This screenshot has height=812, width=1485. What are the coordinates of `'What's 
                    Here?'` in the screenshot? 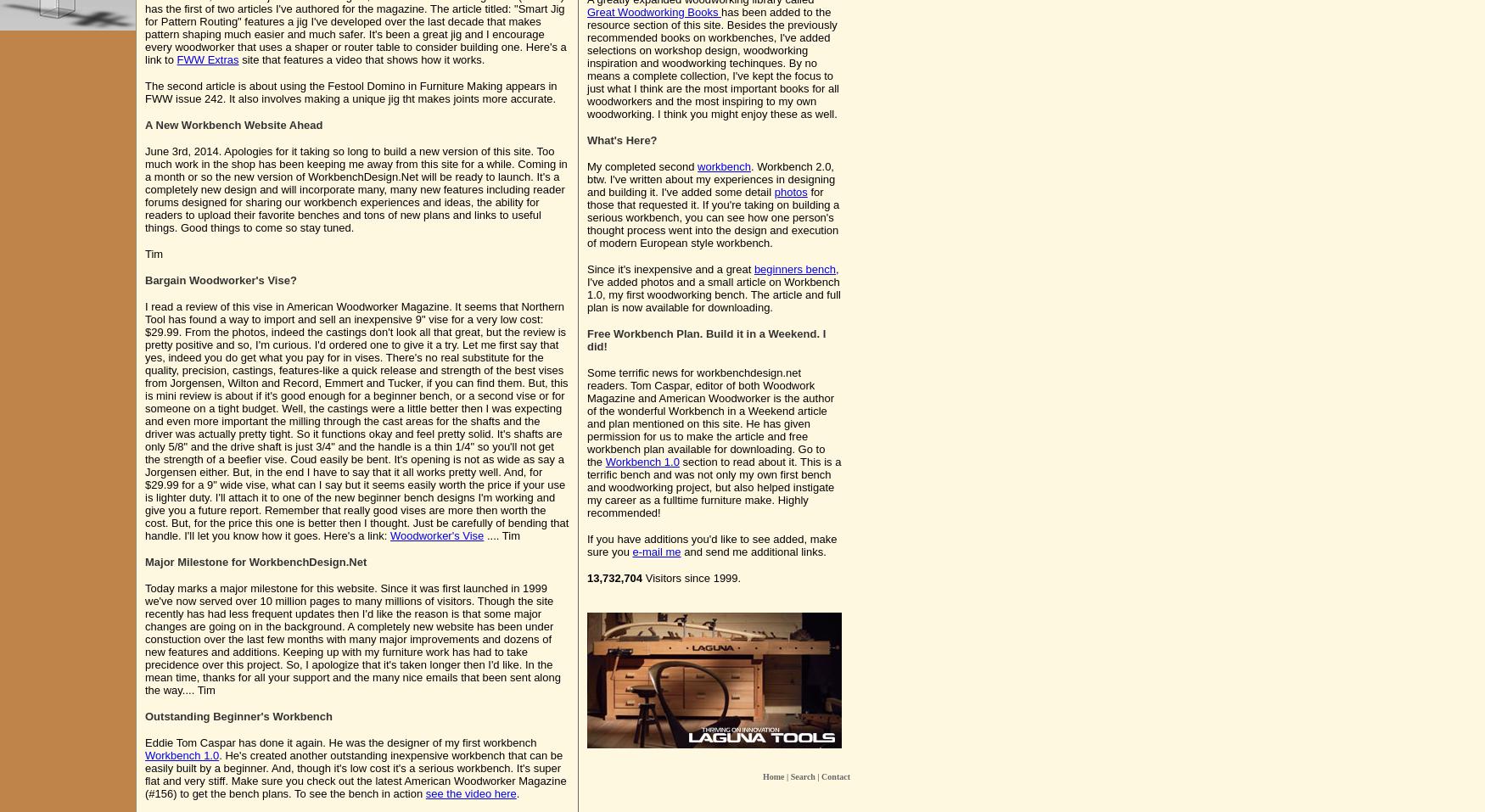 It's located at (622, 140).